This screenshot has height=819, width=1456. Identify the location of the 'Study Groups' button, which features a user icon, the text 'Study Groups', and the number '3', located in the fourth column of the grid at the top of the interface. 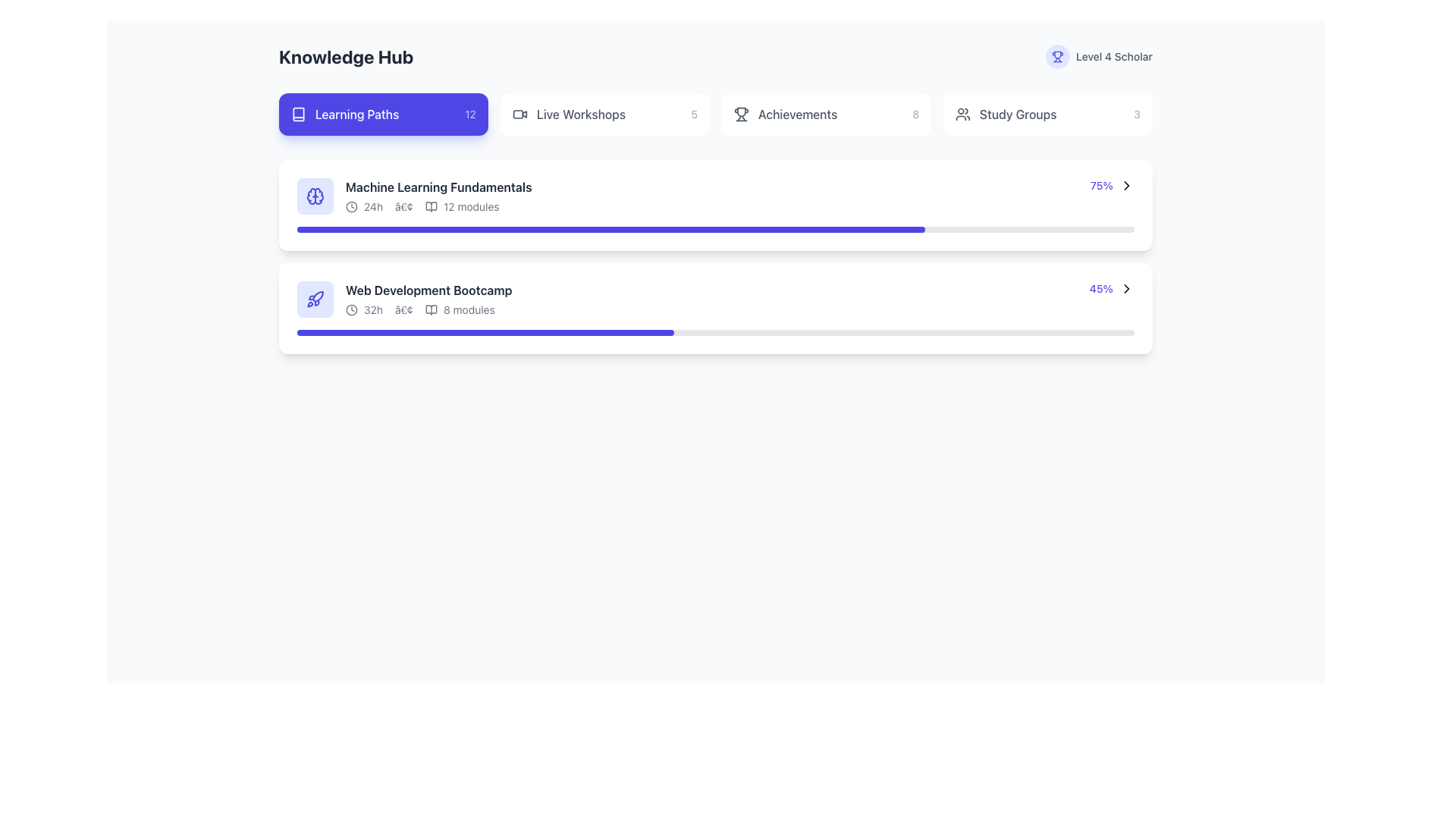
(1047, 113).